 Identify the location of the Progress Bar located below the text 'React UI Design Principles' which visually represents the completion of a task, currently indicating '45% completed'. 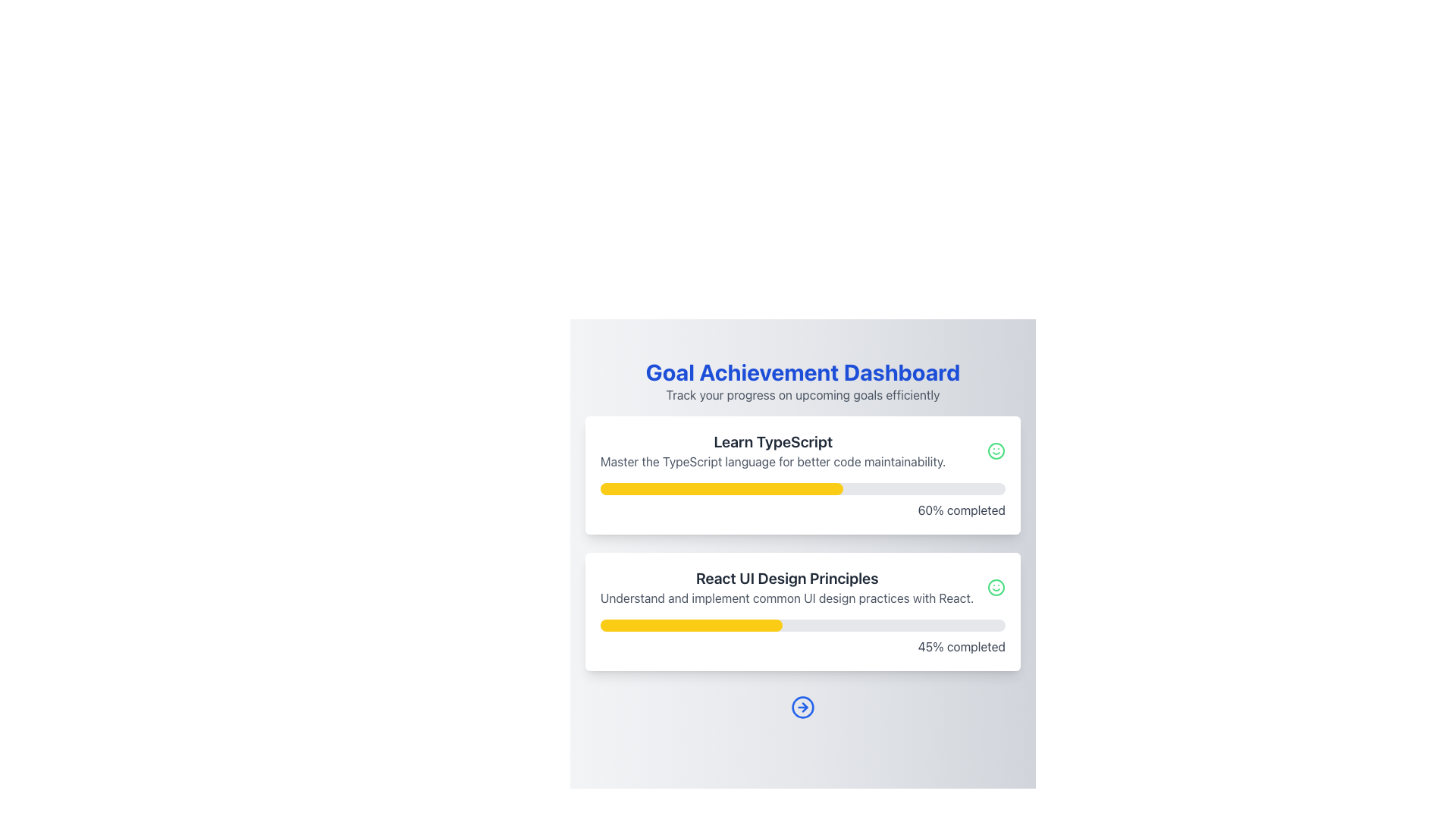
(802, 626).